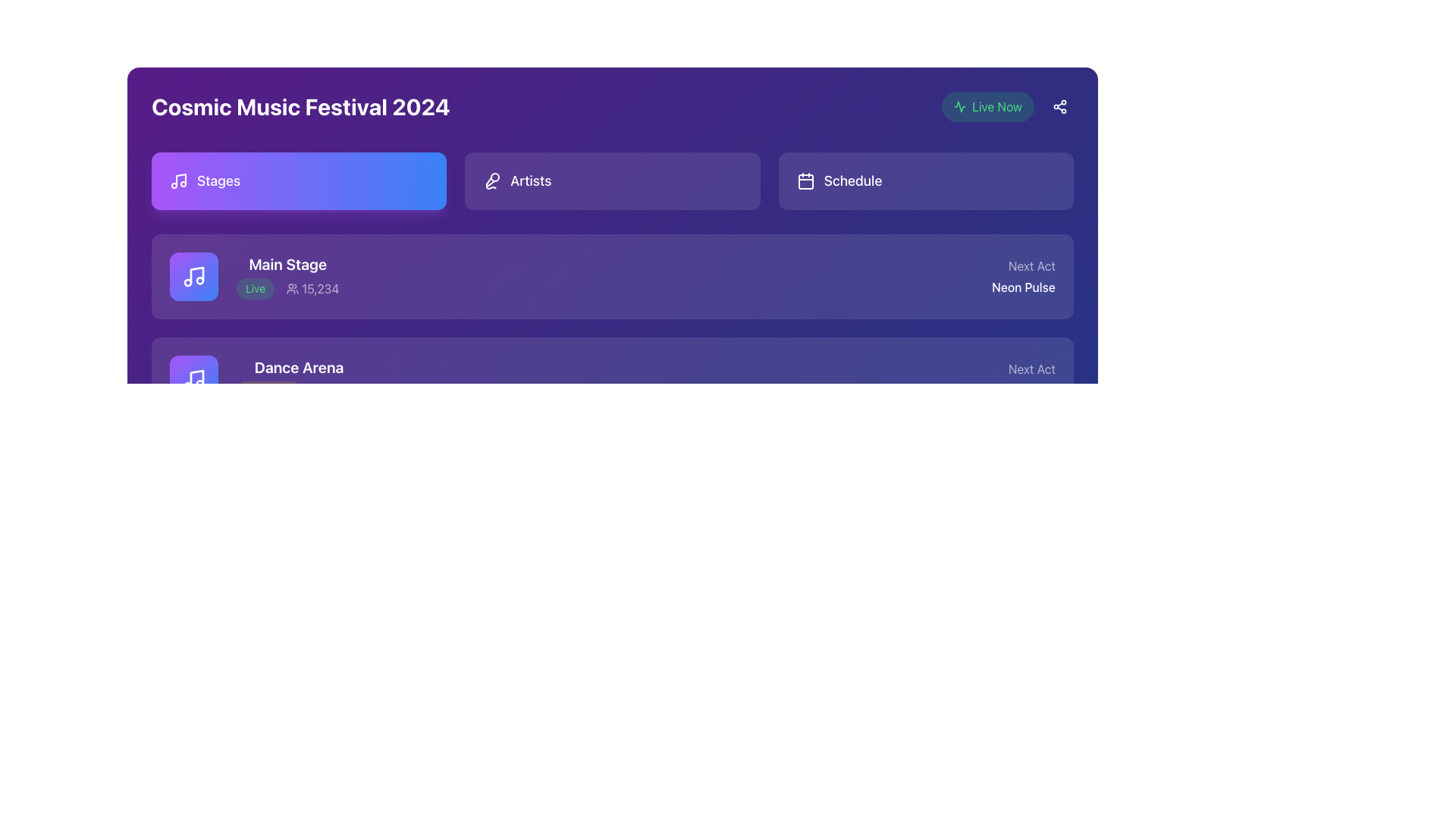 This screenshot has height=819, width=1456. Describe the element at coordinates (256, 289) in the screenshot. I see `the badge indicating the live status of the associated stage in the upper-left section of the 'Main Stage' content block` at that location.